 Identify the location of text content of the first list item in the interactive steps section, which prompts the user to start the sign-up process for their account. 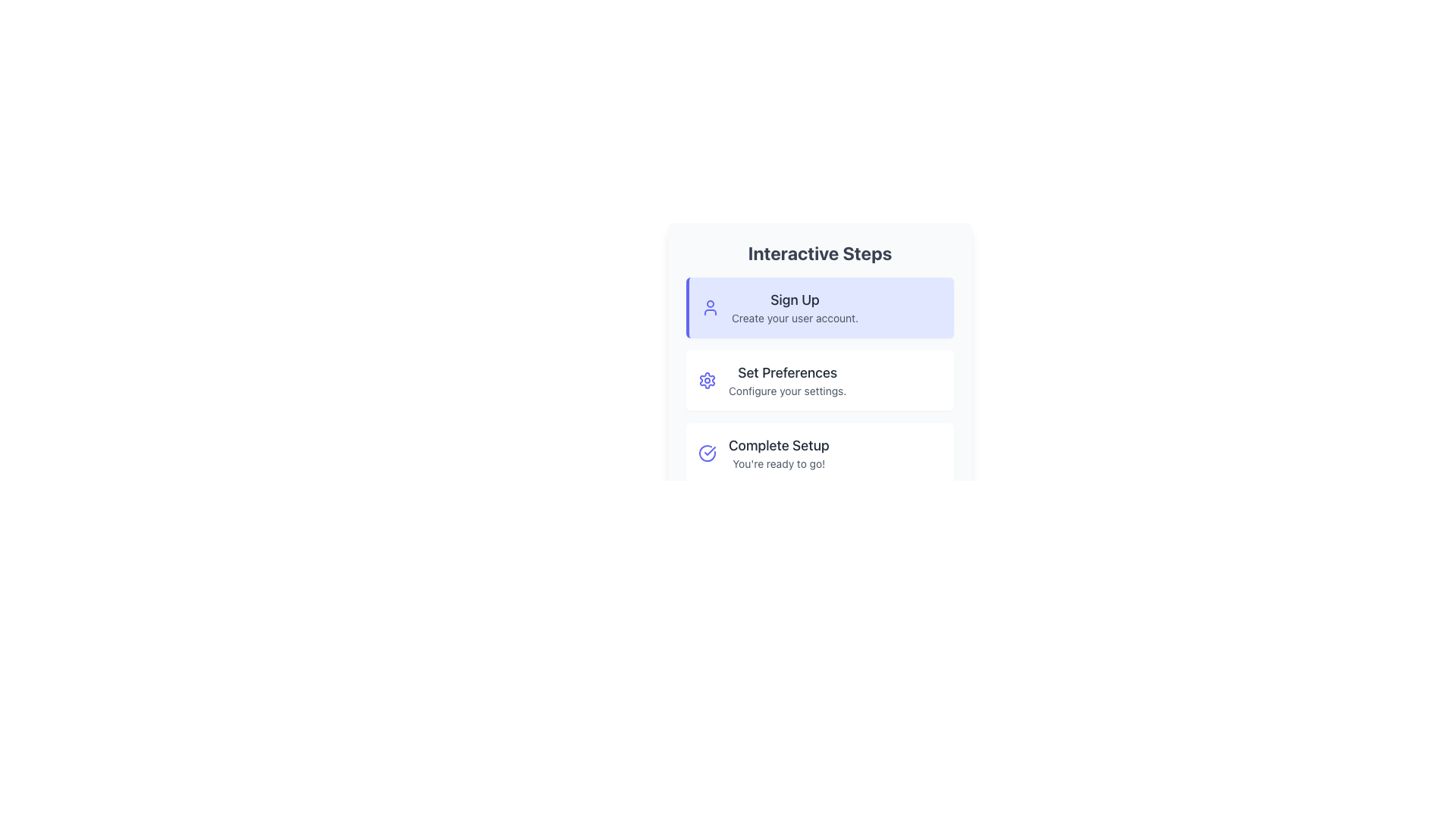
(819, 307).